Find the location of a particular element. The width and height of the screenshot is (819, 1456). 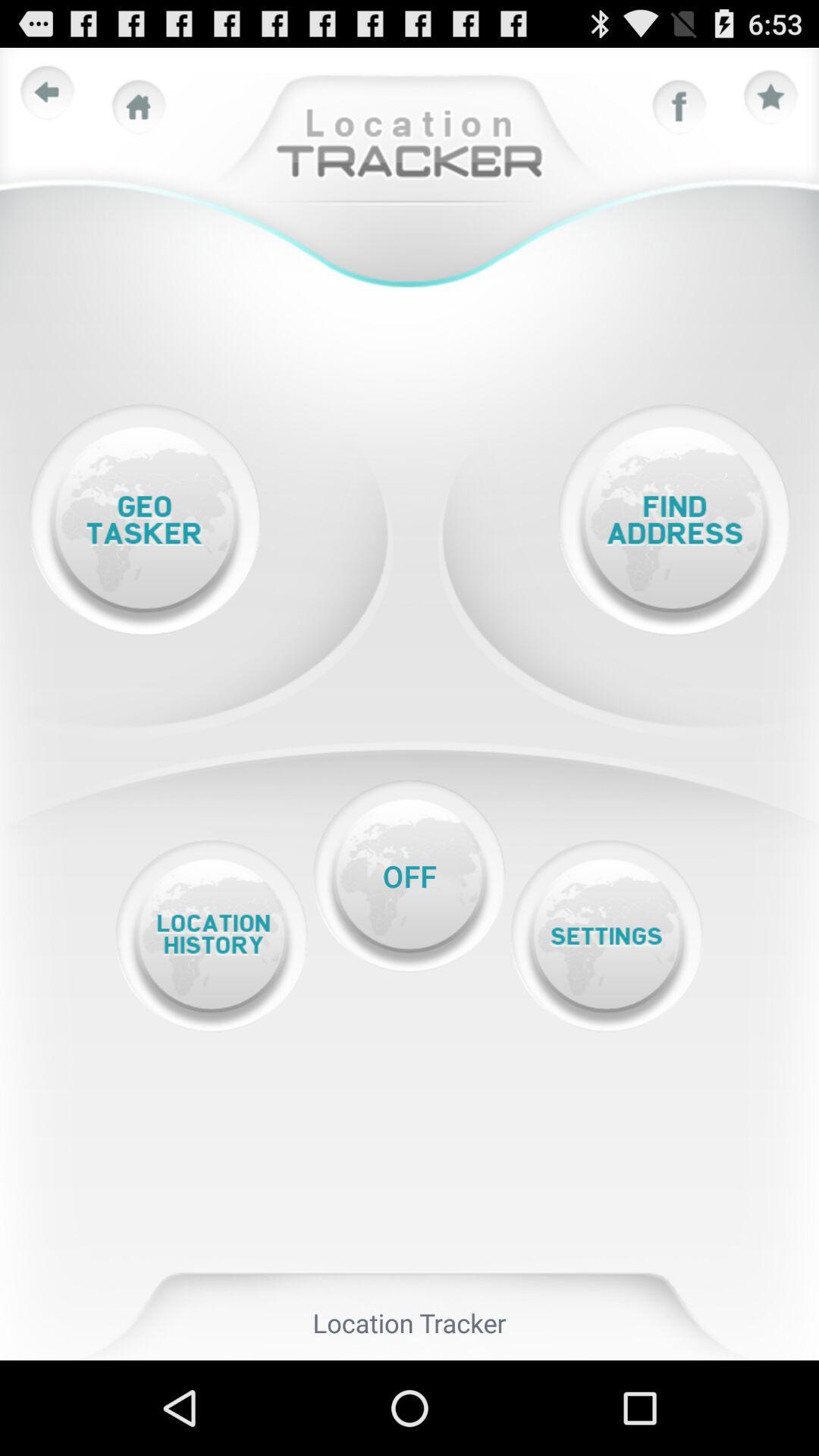

the home icon is located at coordinates (139, 114).